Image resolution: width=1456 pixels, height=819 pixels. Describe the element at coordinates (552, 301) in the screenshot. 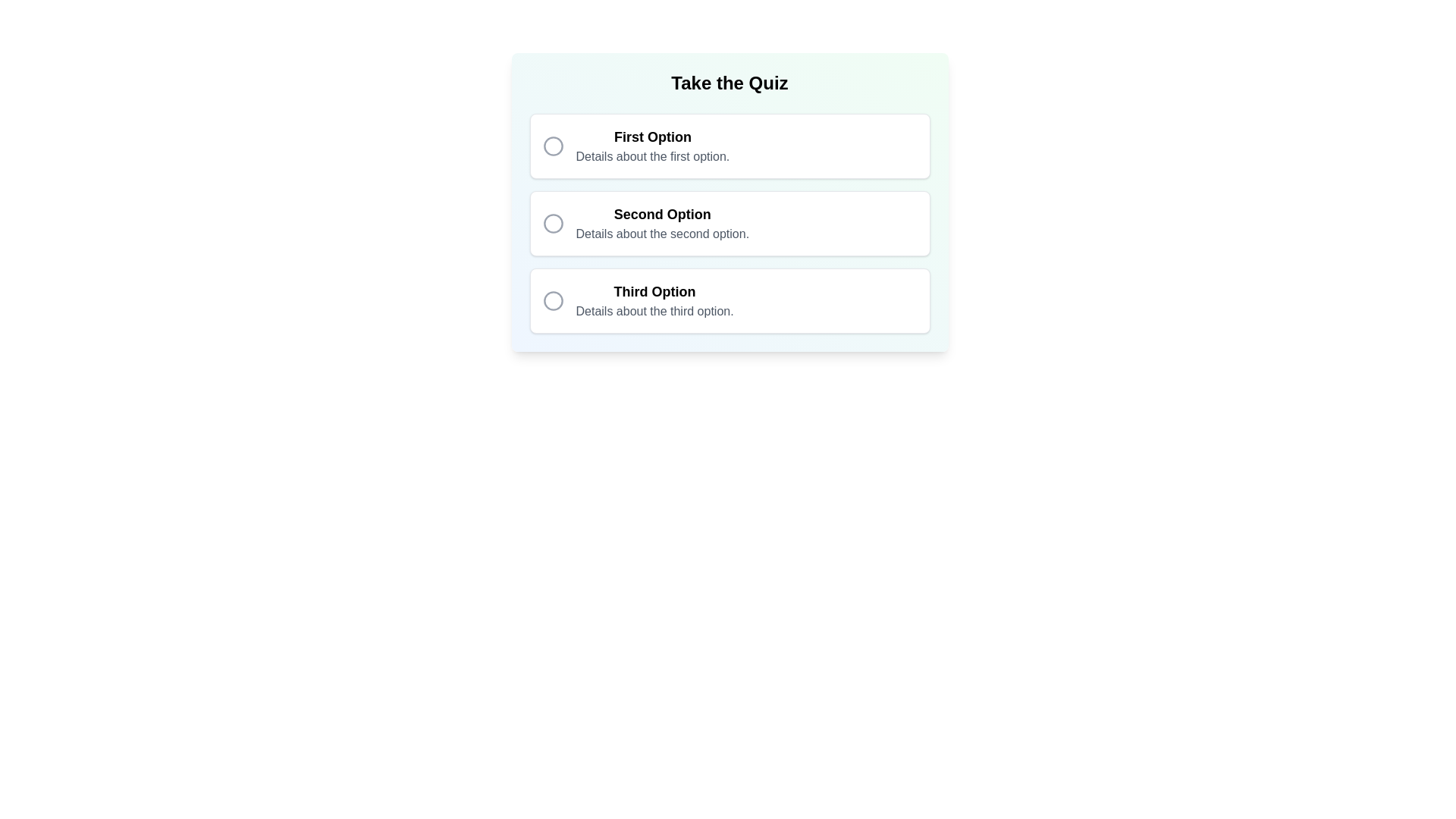

I see `the checkbox or selection marker icon for the 'Third Option' in the quiz, which serves as a visual indicator for selecting this option` at that location.